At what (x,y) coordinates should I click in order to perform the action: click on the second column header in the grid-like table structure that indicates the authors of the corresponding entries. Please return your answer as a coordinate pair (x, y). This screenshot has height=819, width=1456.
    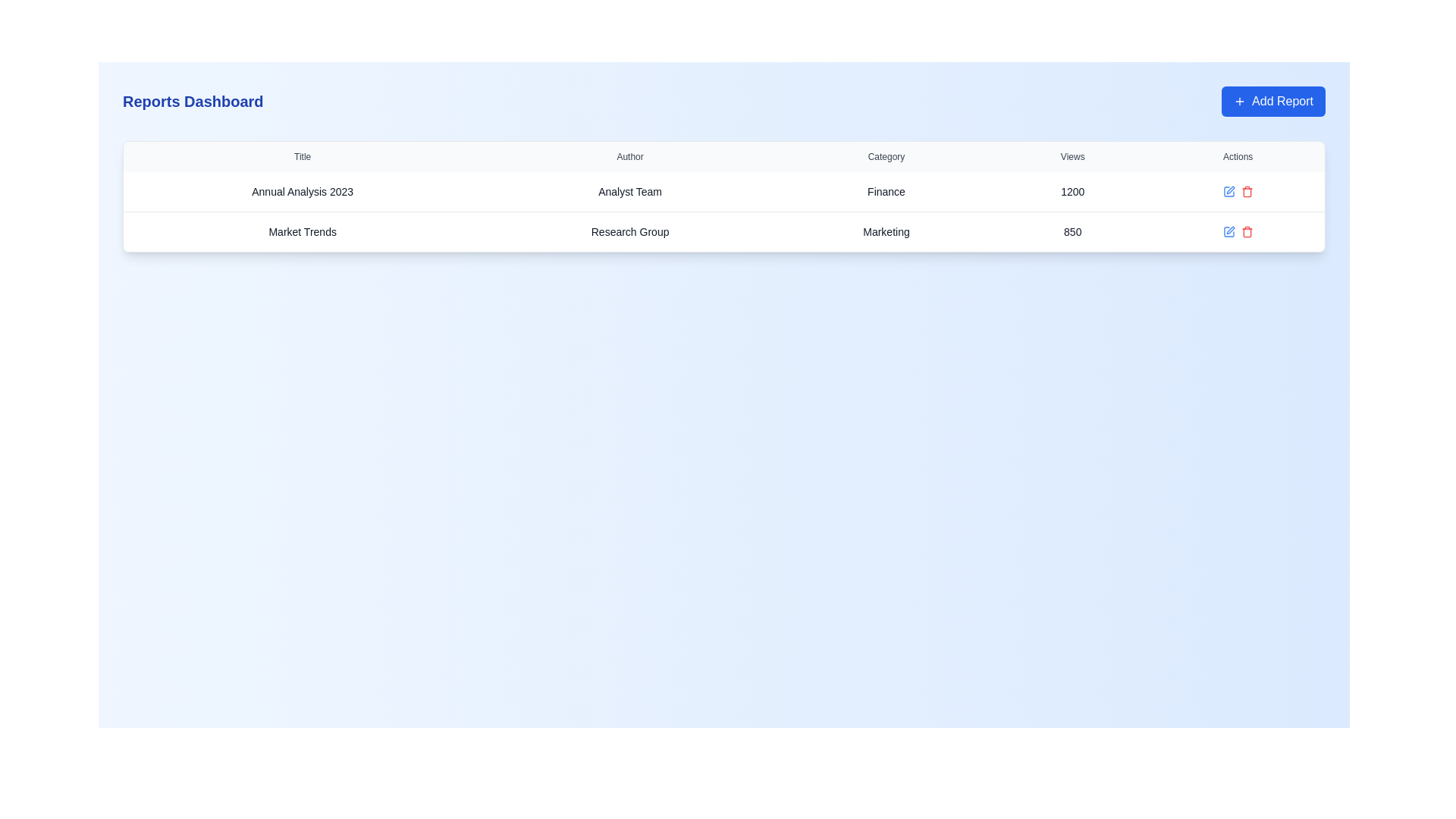
    Looking at the image, I should click on (630, 157).